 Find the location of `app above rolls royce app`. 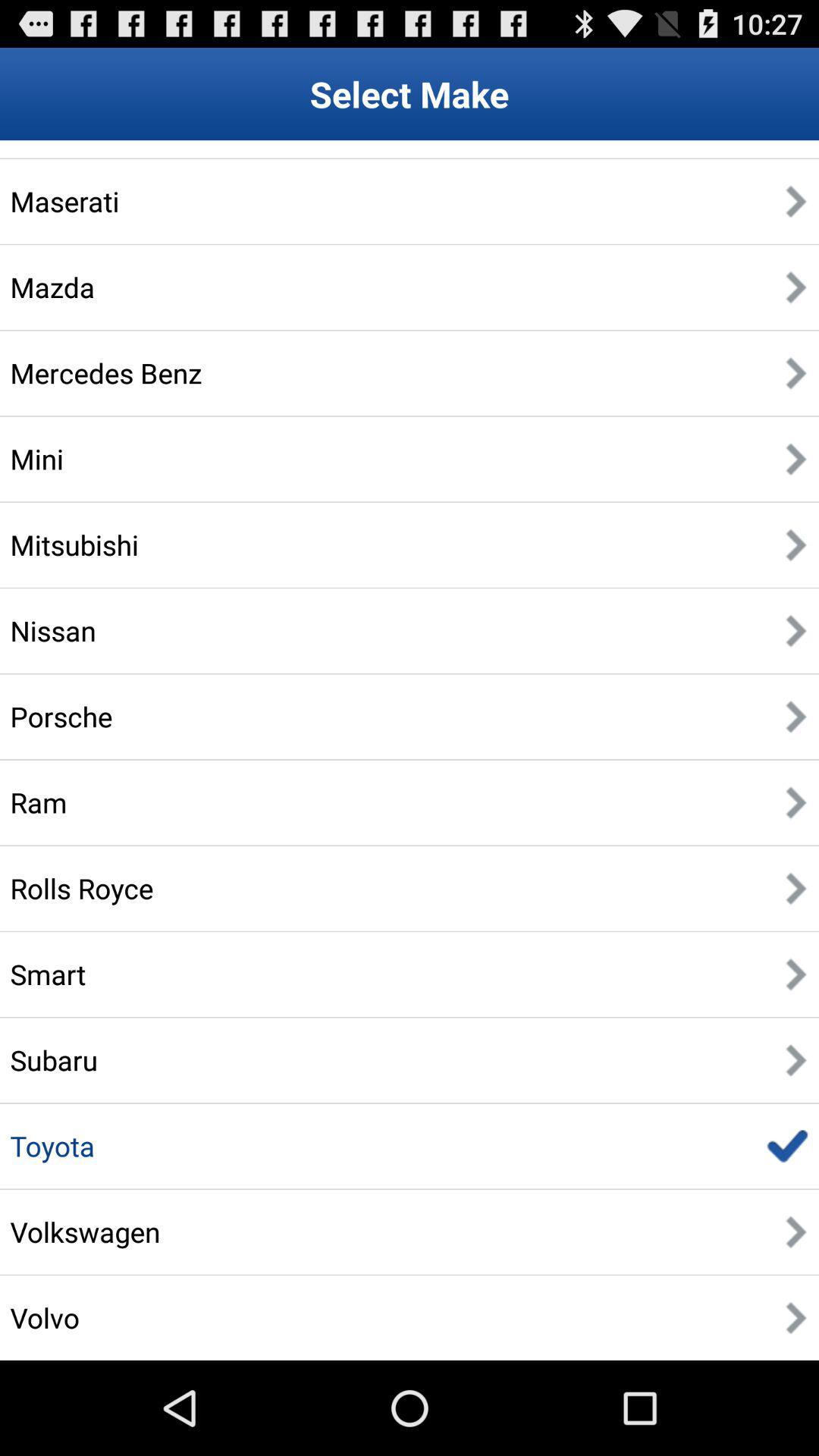

app above rolls royce app is located at coordinates (37, 802).